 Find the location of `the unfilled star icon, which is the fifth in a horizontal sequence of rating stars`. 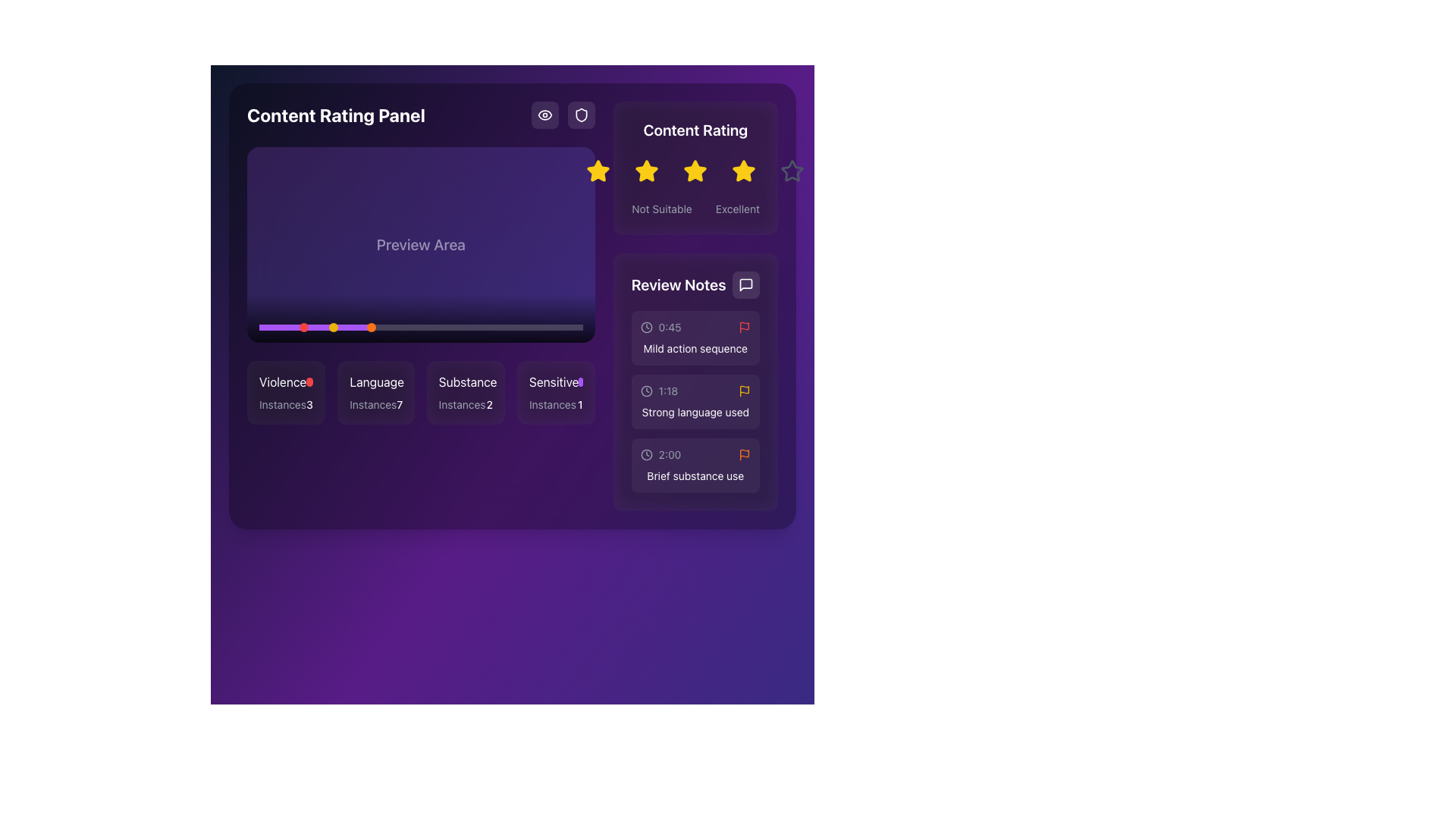

the unfilled star icon, which is the fifth in a horizontal sequence of rating stars is located at coordinates (792, 171).